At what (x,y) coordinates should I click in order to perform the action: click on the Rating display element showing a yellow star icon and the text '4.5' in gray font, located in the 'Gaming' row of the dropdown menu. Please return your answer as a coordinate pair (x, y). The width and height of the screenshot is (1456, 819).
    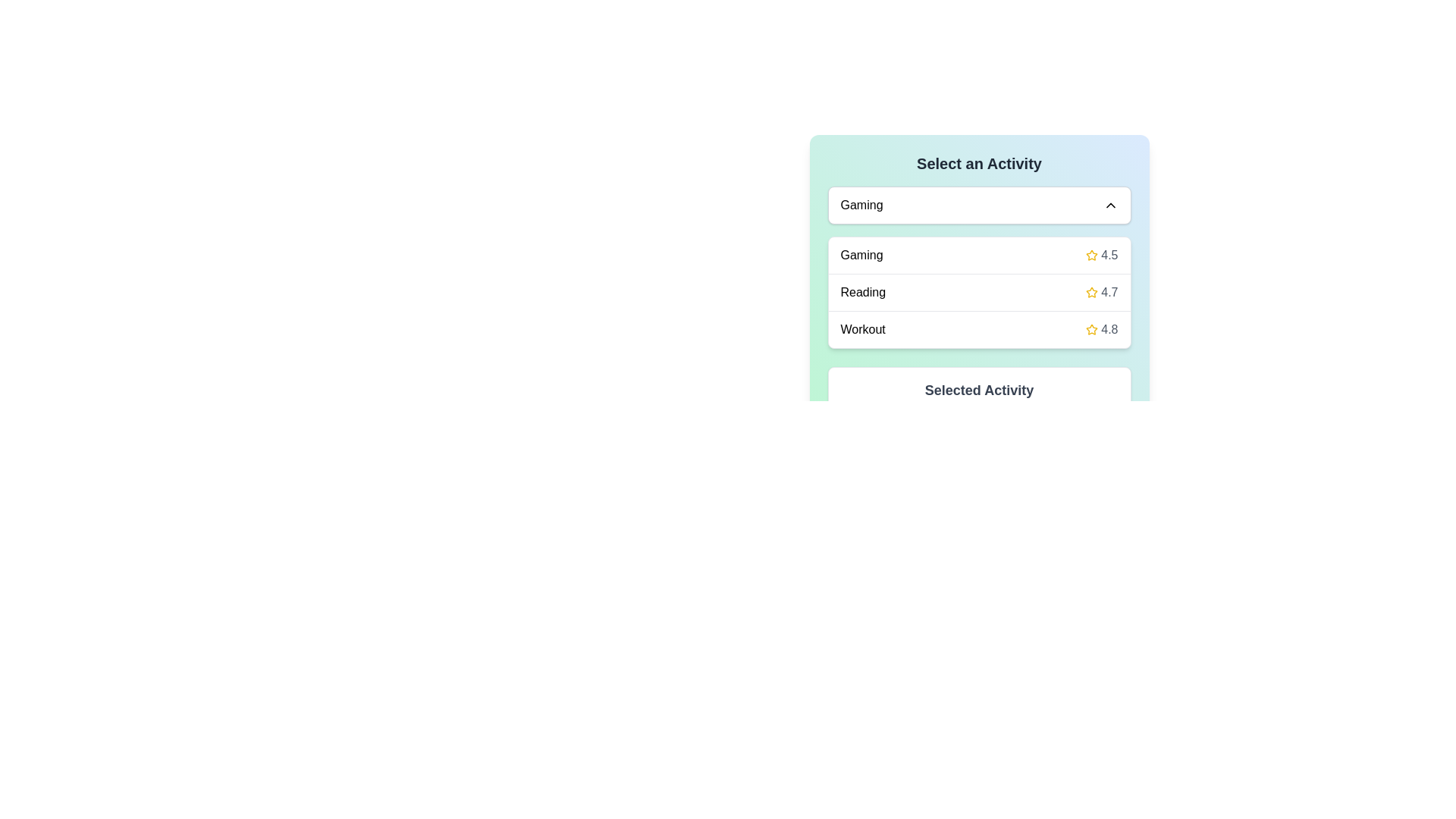
    Looking at the image, I should click on (1102, 254).